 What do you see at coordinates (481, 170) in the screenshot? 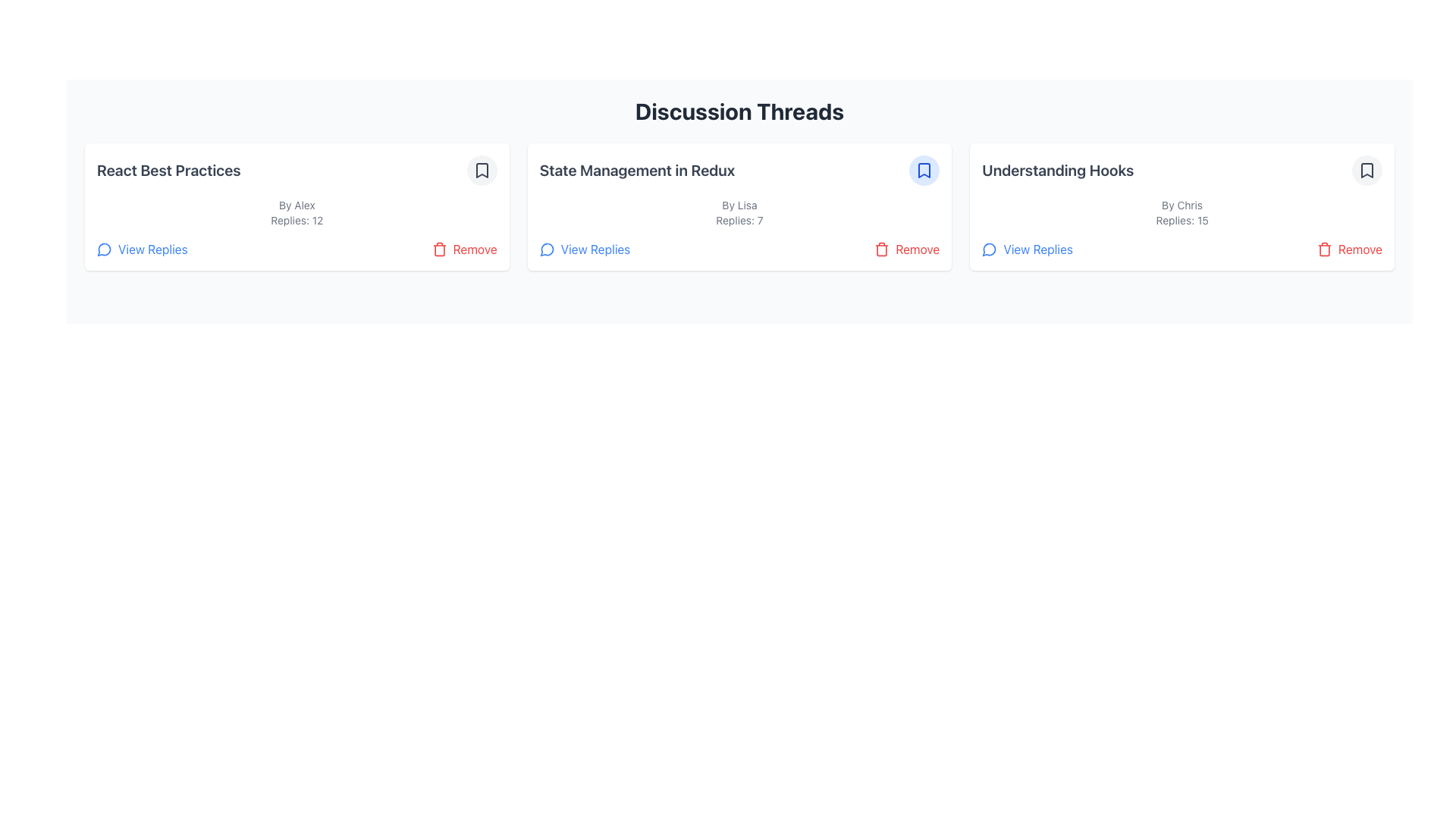
I see `the bookmark icon located in the top-right corner of the discussion thread titled 'React Best Practices'` at bounding box center [481, 170].